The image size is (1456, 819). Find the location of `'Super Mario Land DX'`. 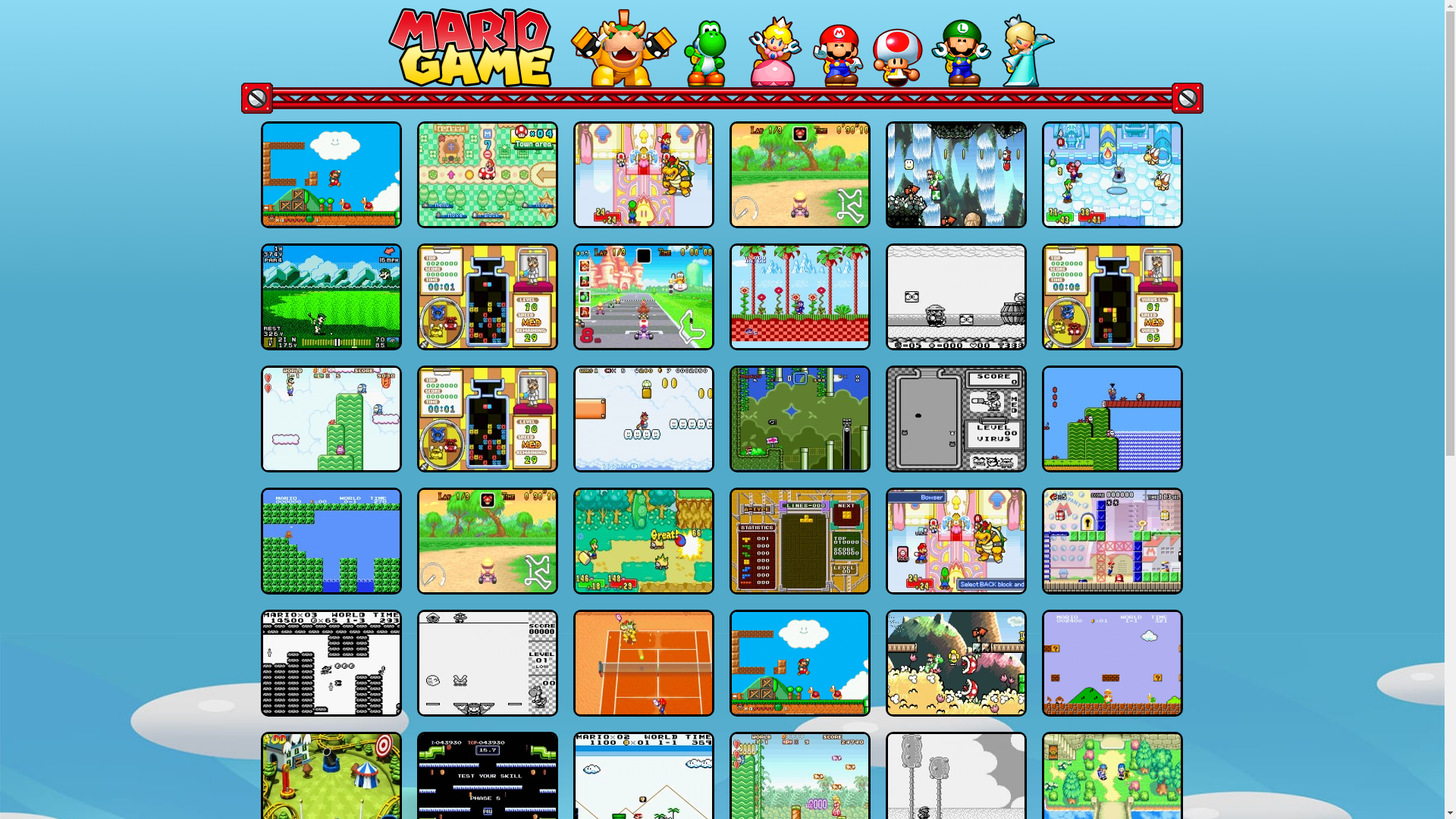

'Super Mario Land DX' is located at coordinates (644, 783).